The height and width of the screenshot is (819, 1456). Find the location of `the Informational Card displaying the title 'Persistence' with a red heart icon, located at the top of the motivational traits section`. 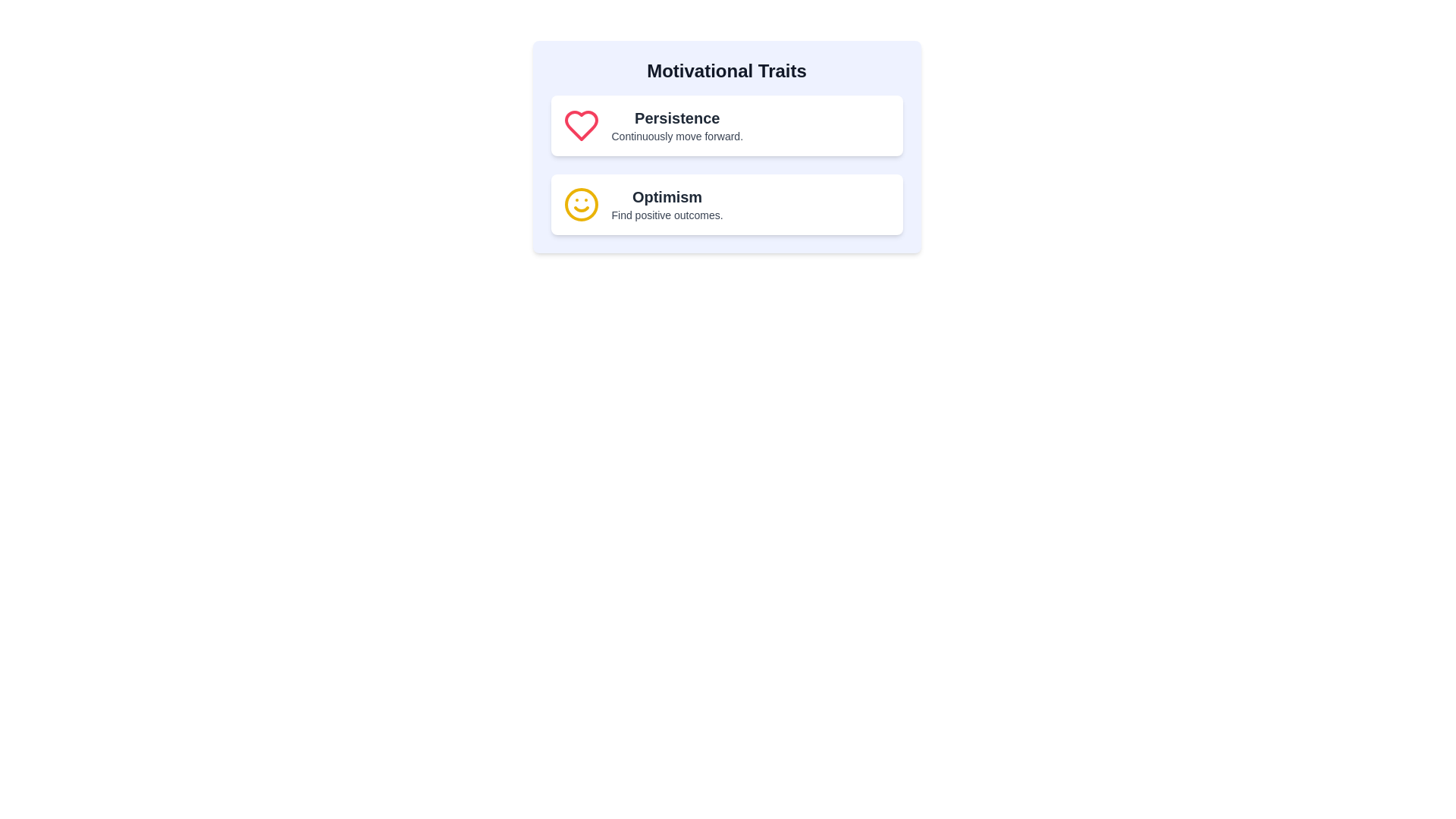

the Informational Card displaying the title 'Persistence' with a red heart icon, located at the top of the motivational traits section is located at coordinates (726, 124).